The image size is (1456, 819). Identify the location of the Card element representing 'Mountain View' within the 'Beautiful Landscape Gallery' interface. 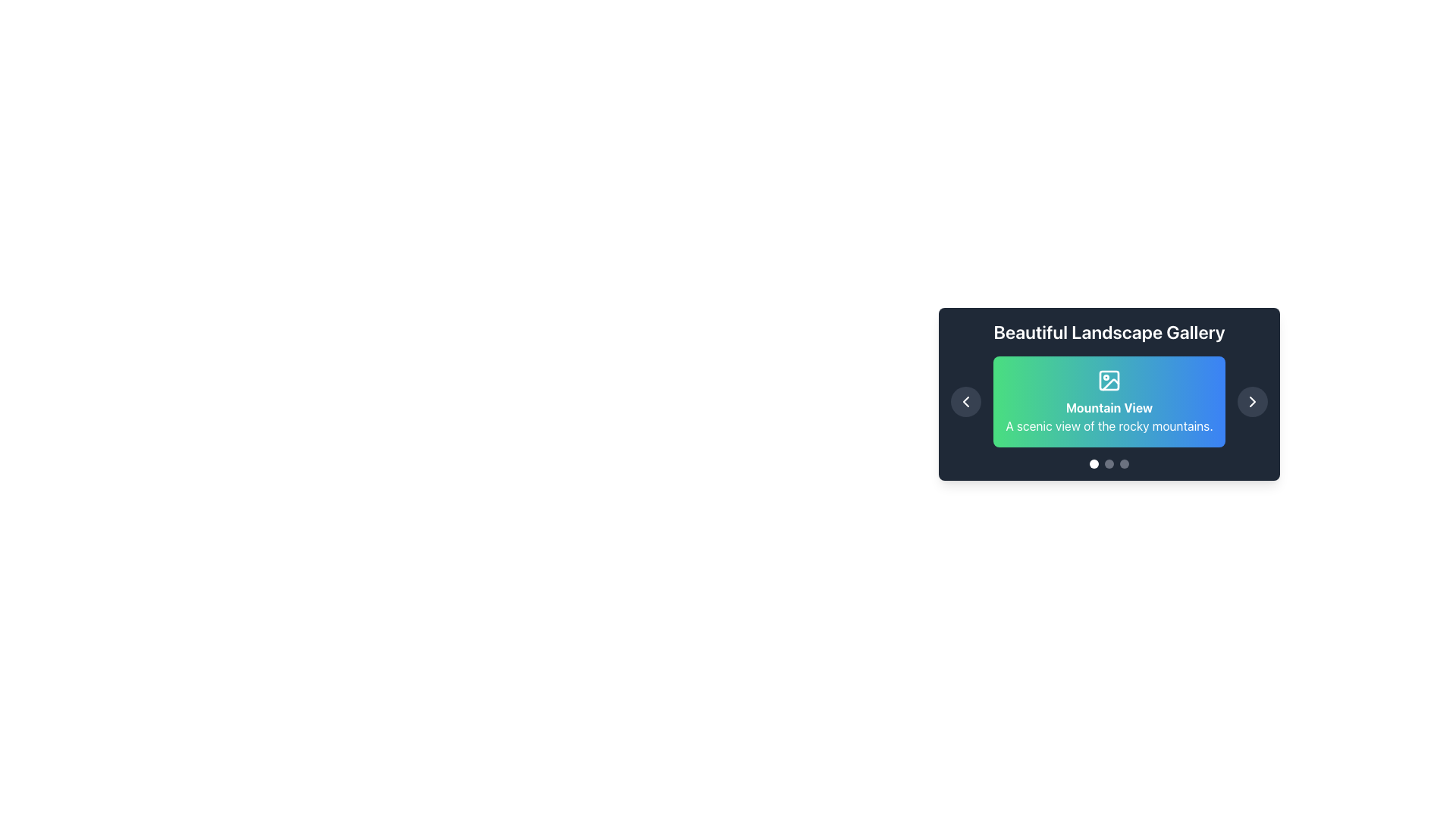
(1109, 400).